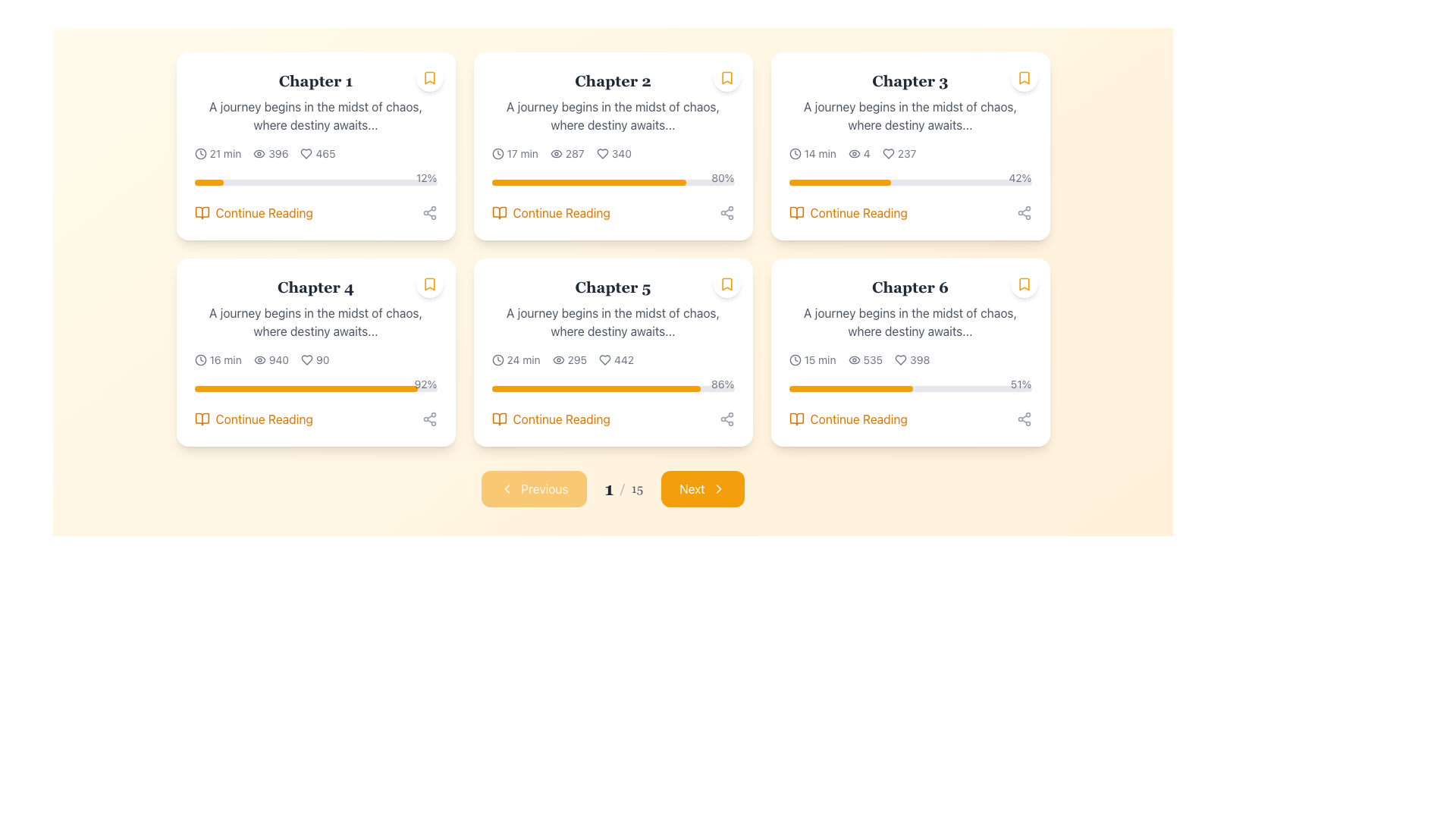 Image resolution: width=1456 pixels, height=819 pixels. What do you see at coordinates (722, 177) in the screenshot?
I see `the text label displaying the current progress percentage for Chapter 2, located in the top right corner of the progress bar group within the card` at bounding box center [722, 177].